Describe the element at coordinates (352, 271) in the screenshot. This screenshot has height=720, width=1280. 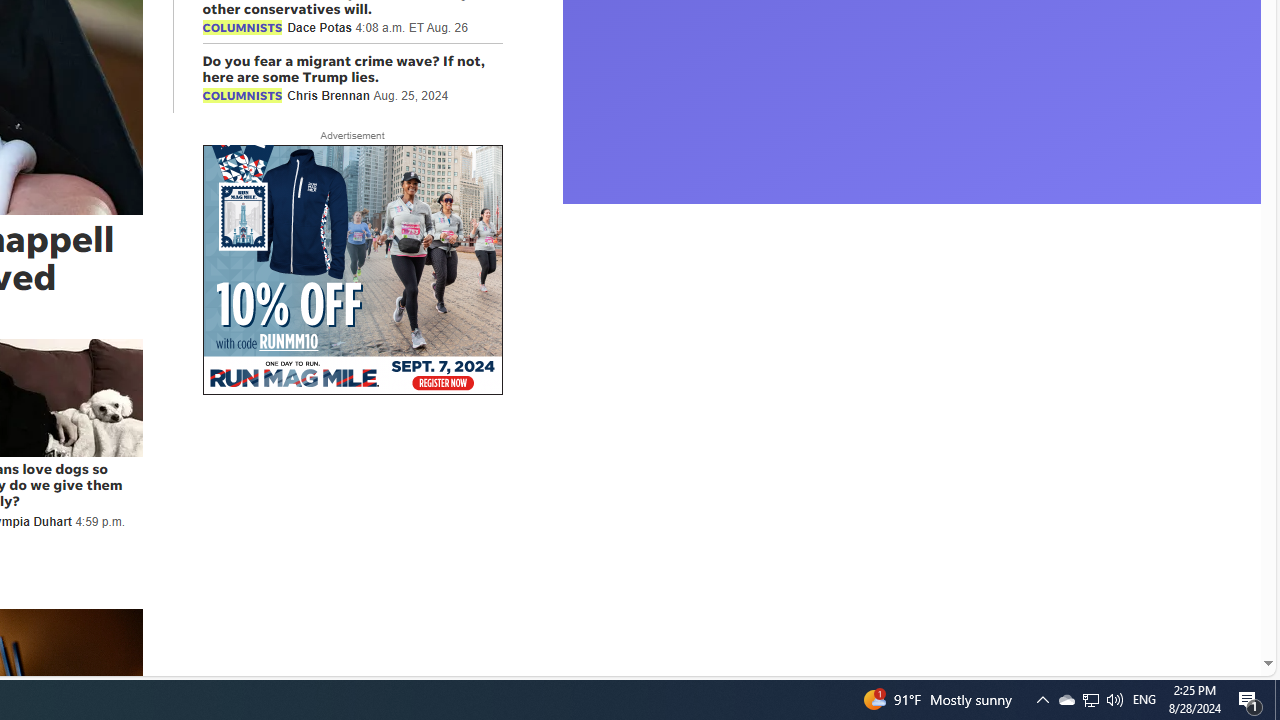
I see `'AutomationID: aw0'` at that location.